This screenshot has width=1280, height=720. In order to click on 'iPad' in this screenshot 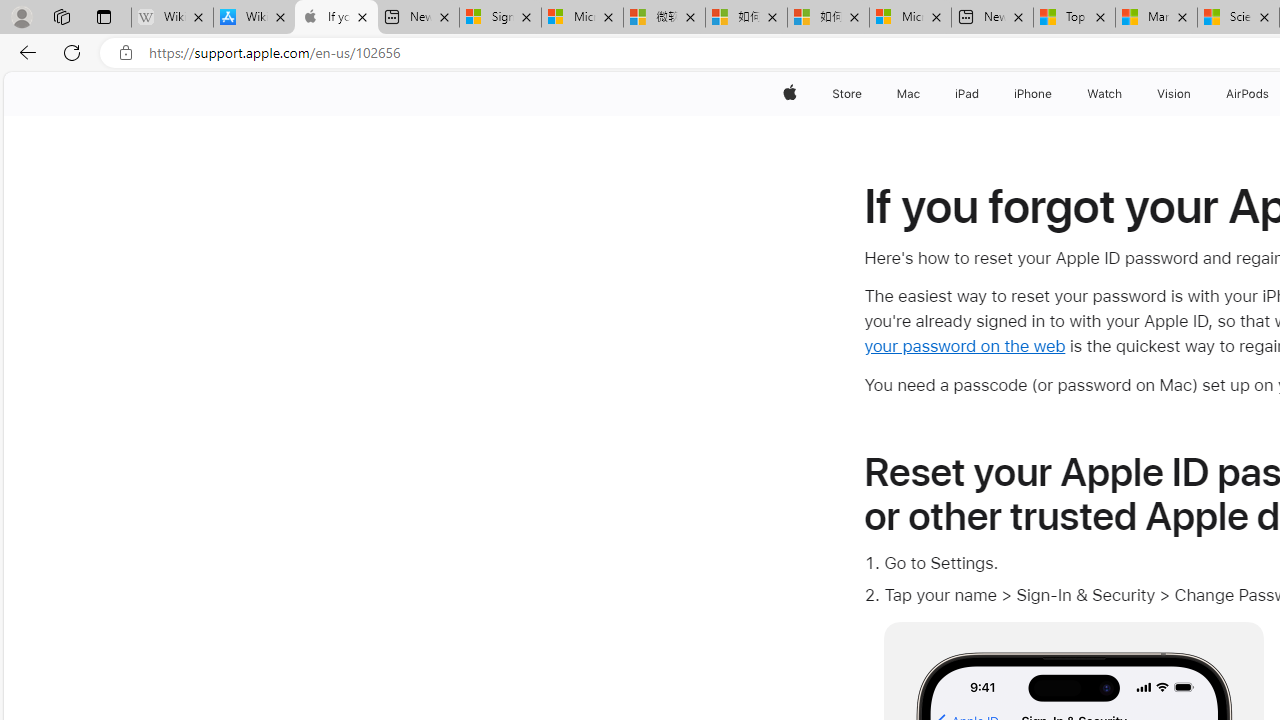, I will do `click(966, 93)`.